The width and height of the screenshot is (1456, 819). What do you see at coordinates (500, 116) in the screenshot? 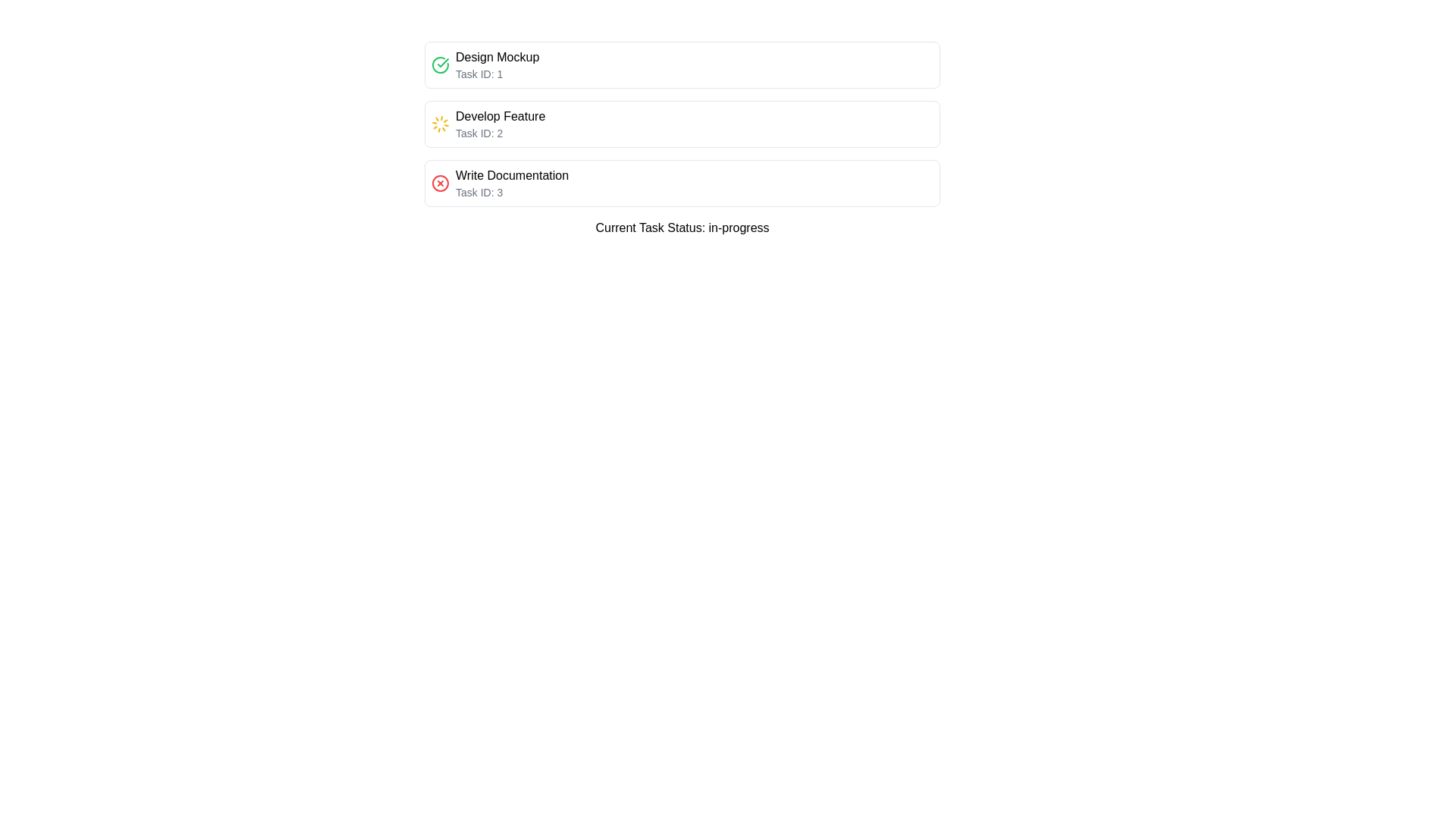
I see `the Text Label that identifies Task ID: 2, positioned between 'Design Mockup' and 'Write Documentation'` at bounding box center [500, 116].